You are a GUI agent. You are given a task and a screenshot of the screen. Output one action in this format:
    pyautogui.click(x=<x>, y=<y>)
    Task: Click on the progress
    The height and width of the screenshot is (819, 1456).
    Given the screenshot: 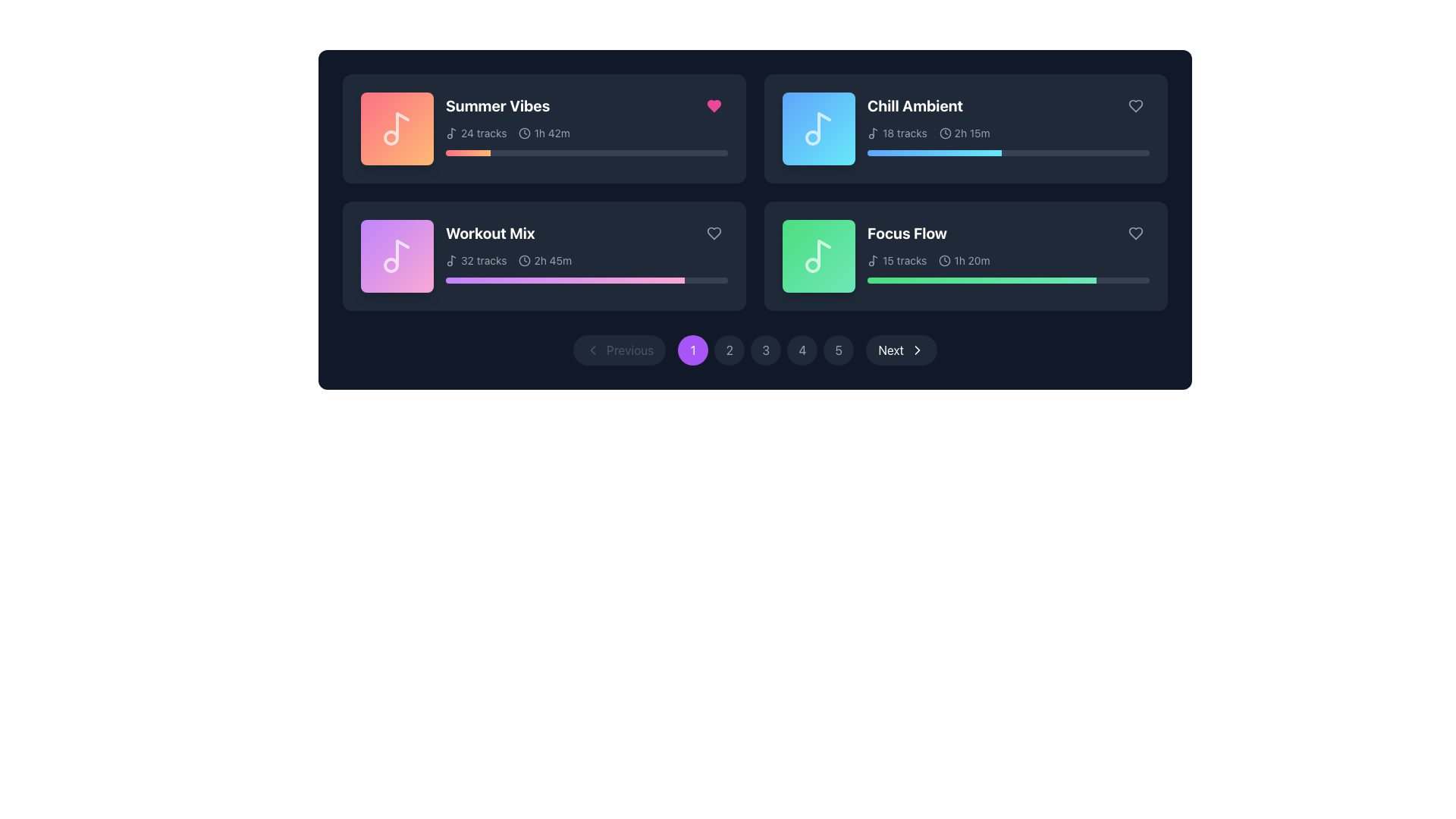 What is the action you would take?
    pyautogui.click(x=634, y=281)
    